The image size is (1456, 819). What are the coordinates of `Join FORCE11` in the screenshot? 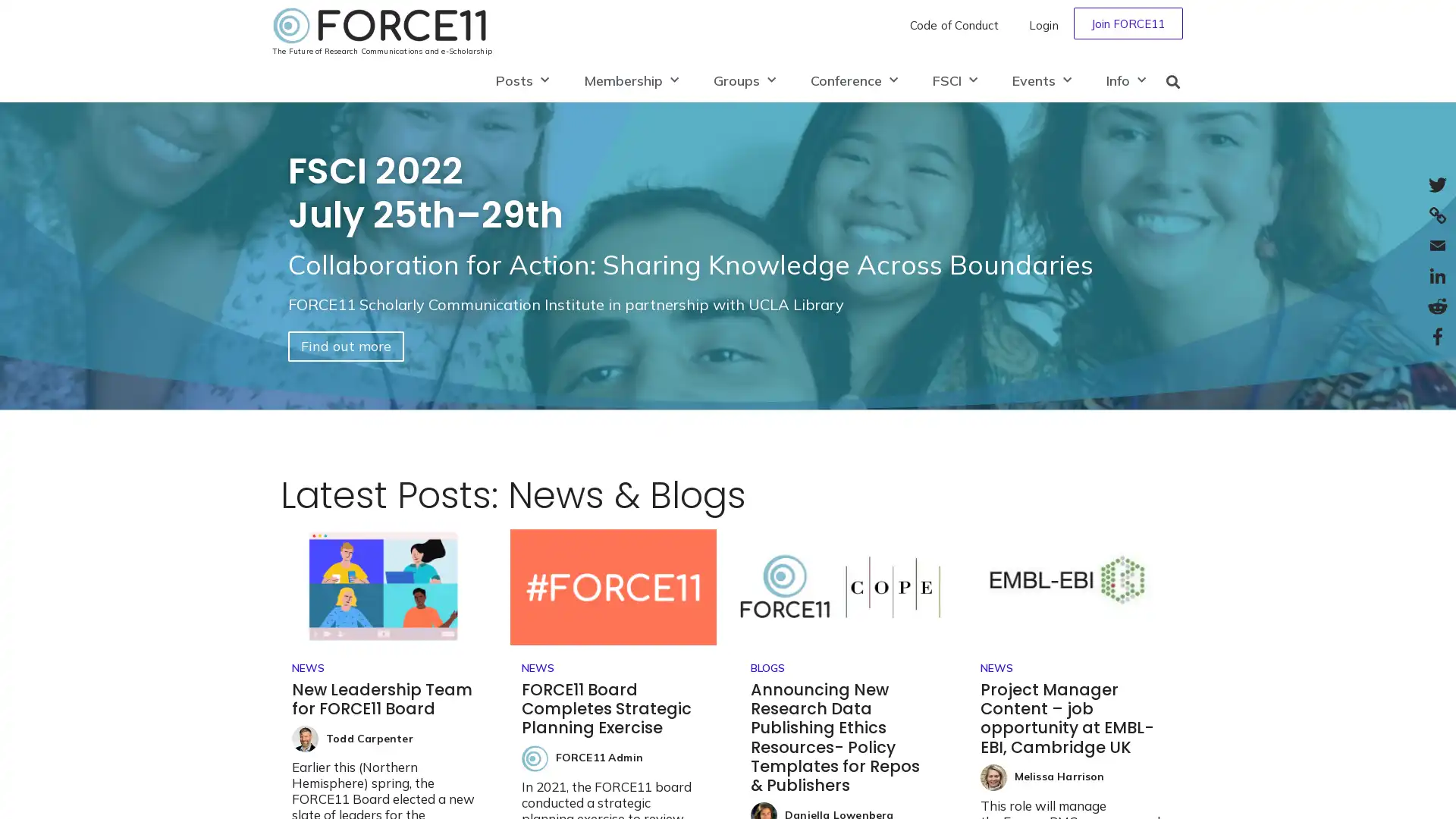 It's located at (1128, 23).